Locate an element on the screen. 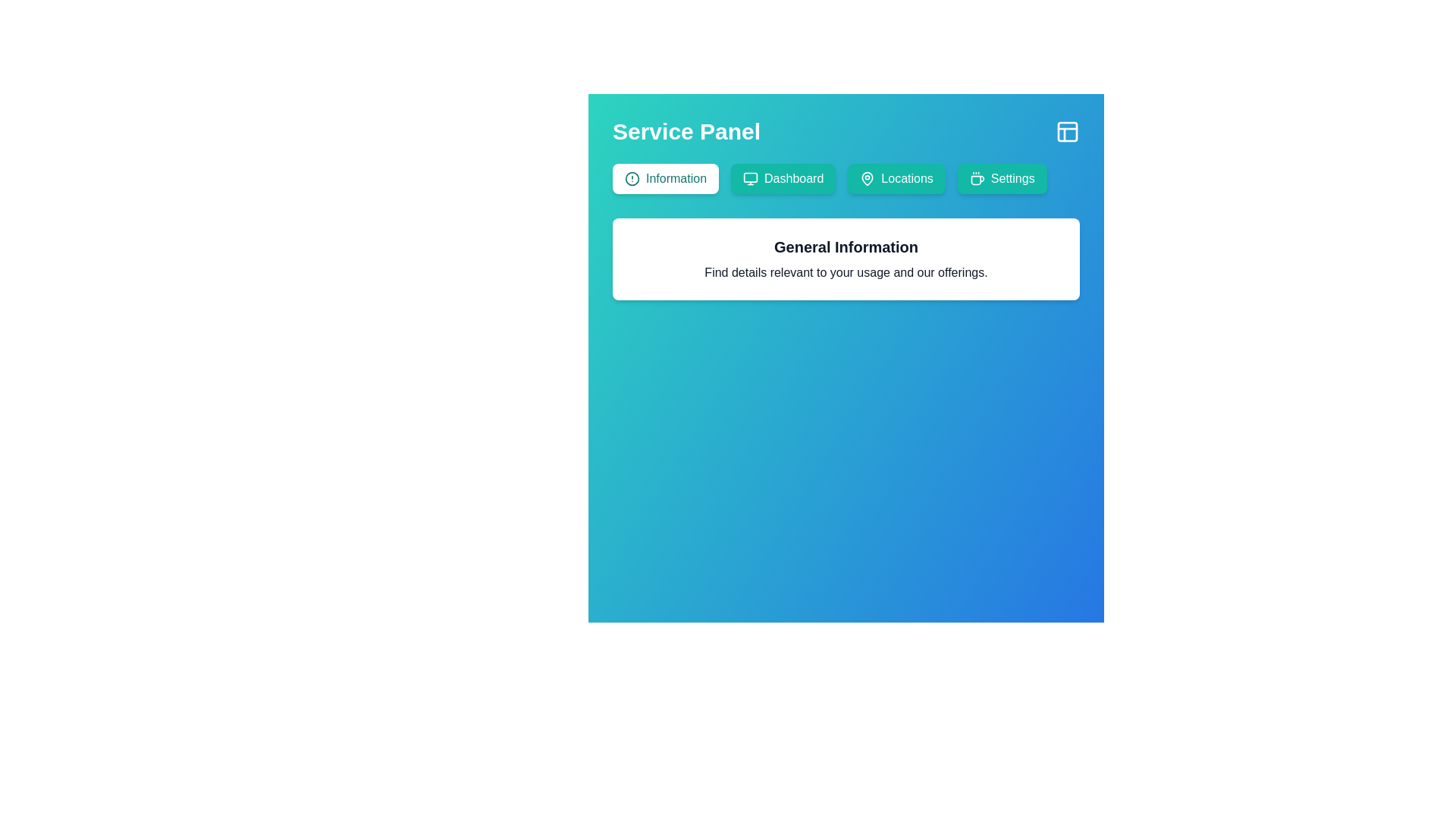  information from the Text Block titled 'General Information', which provides details relevant to usage and offerings is located at coordinates (846, 259).